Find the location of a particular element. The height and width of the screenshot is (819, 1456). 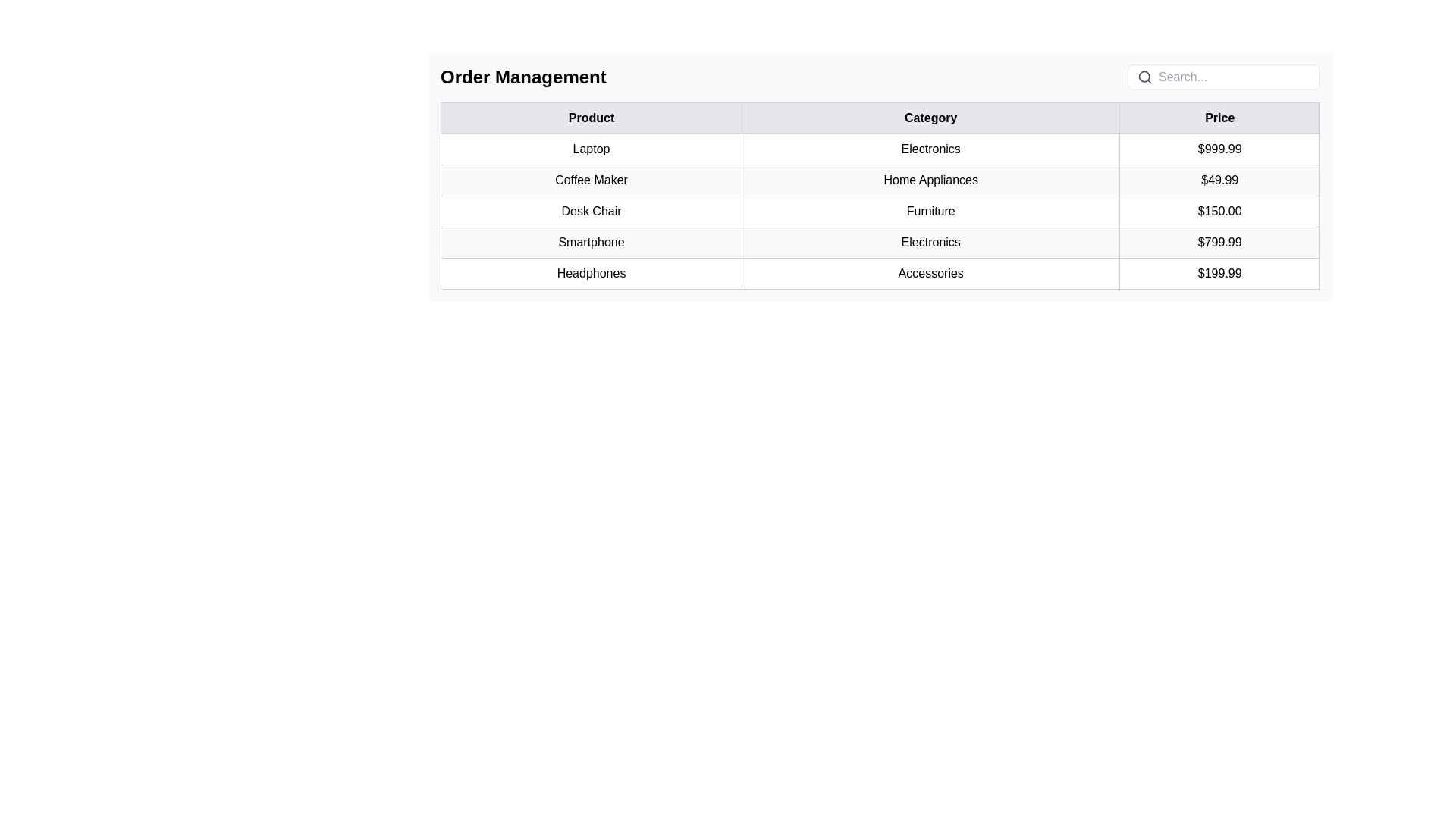

the price label for the 'Desk Chair' product located in the third row and third column of the data table is located at coordinates (1219, 211).